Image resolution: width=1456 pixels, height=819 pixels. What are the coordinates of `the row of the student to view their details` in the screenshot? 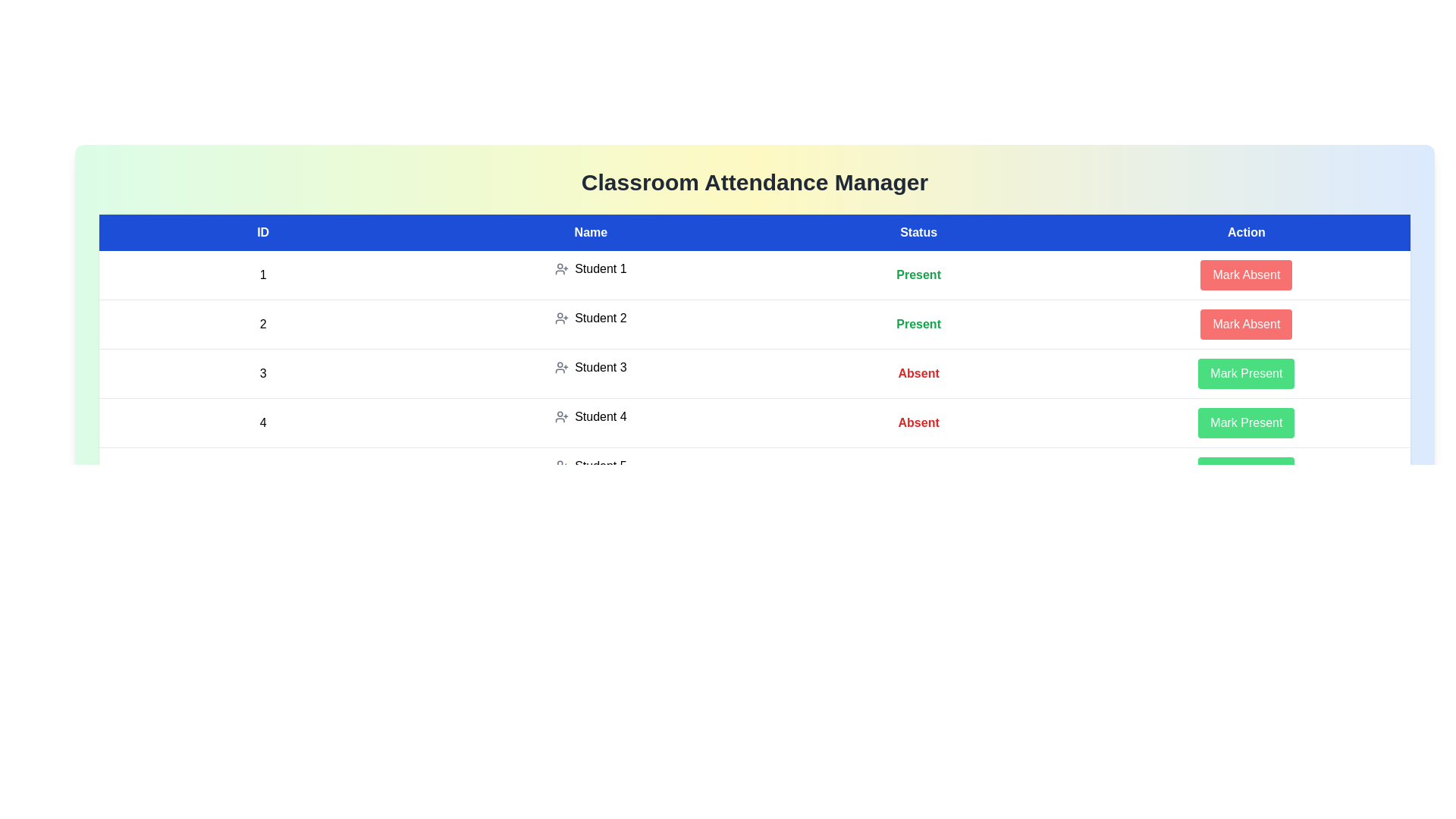 It's located at (263, 275).